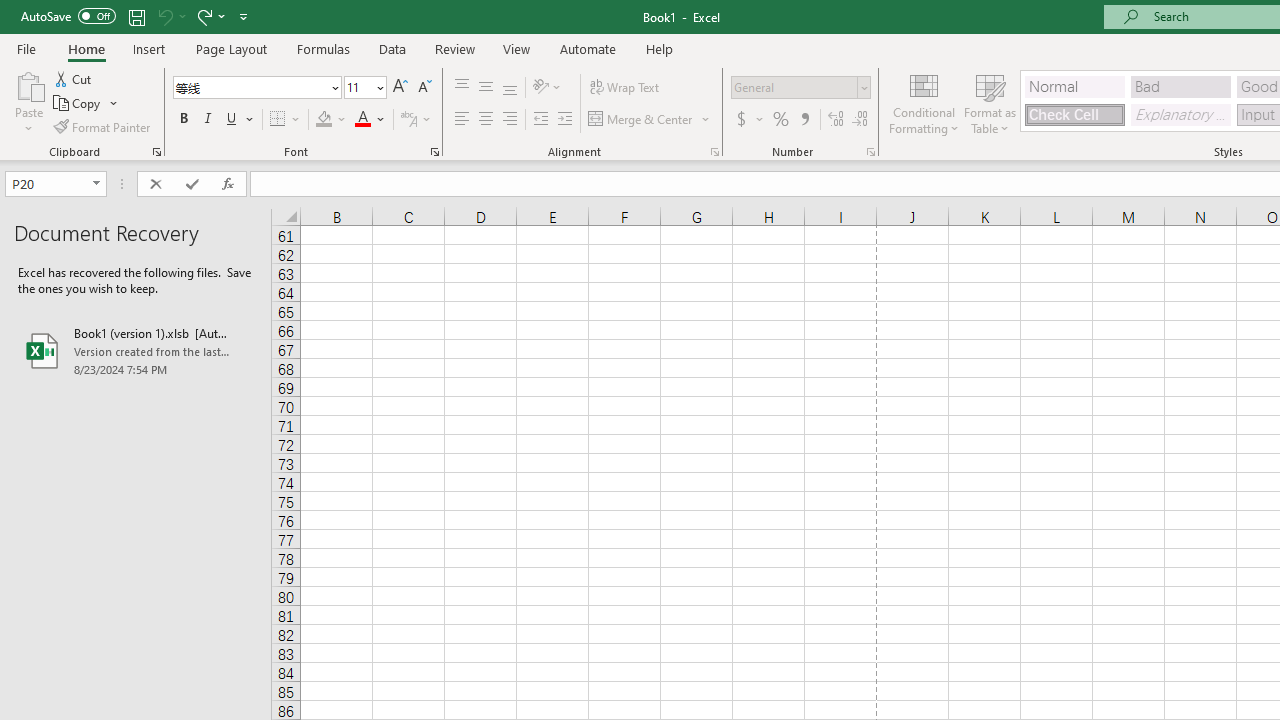 Image resolution: width=1280 pixels, height=720 pixels. What do you see at coordinates (714, 150) in the screenshot?
I see `'Format Cell Alignment'` at bounding box center [714, 150].